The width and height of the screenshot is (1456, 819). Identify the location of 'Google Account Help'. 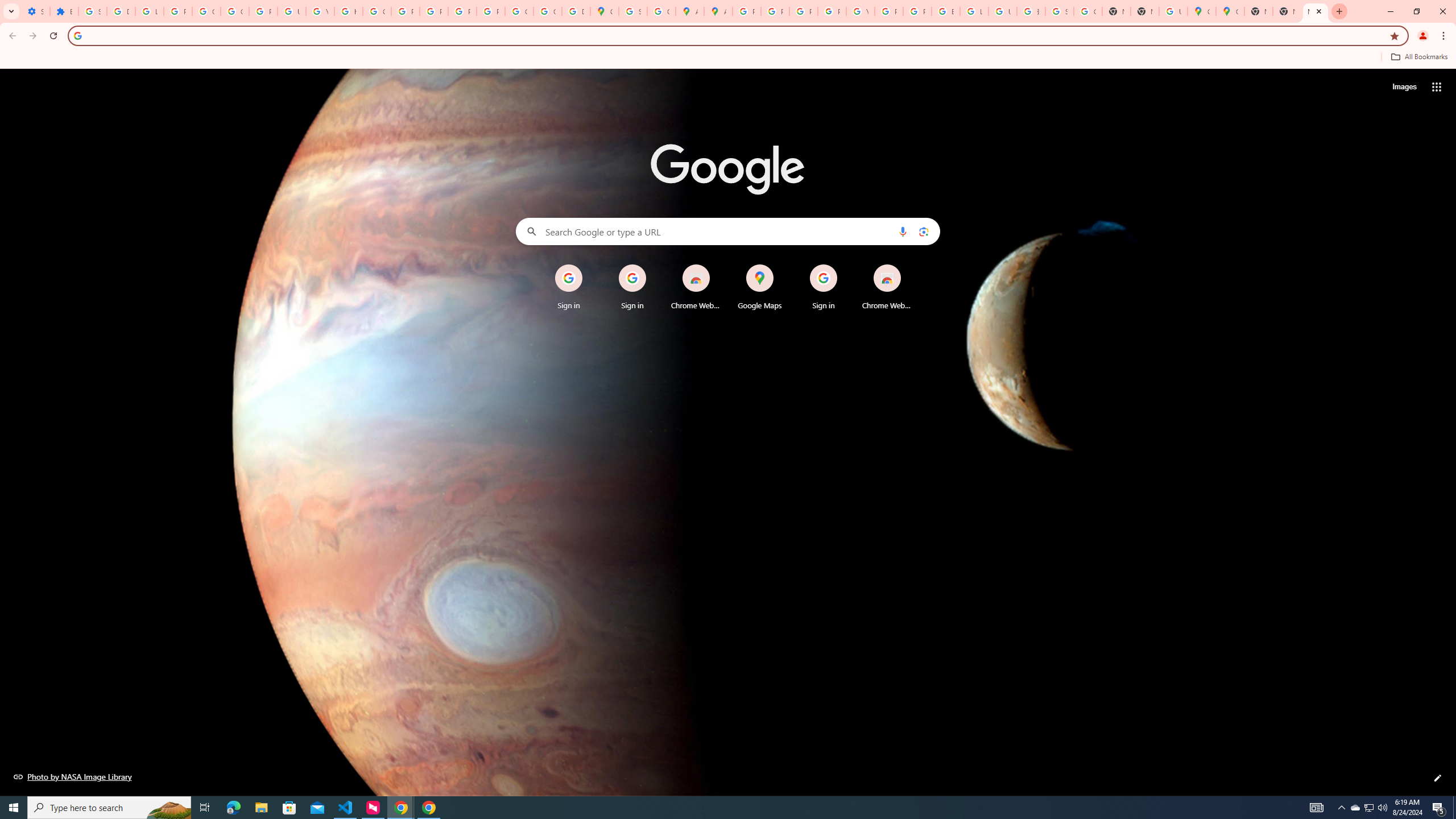
(206, 11).